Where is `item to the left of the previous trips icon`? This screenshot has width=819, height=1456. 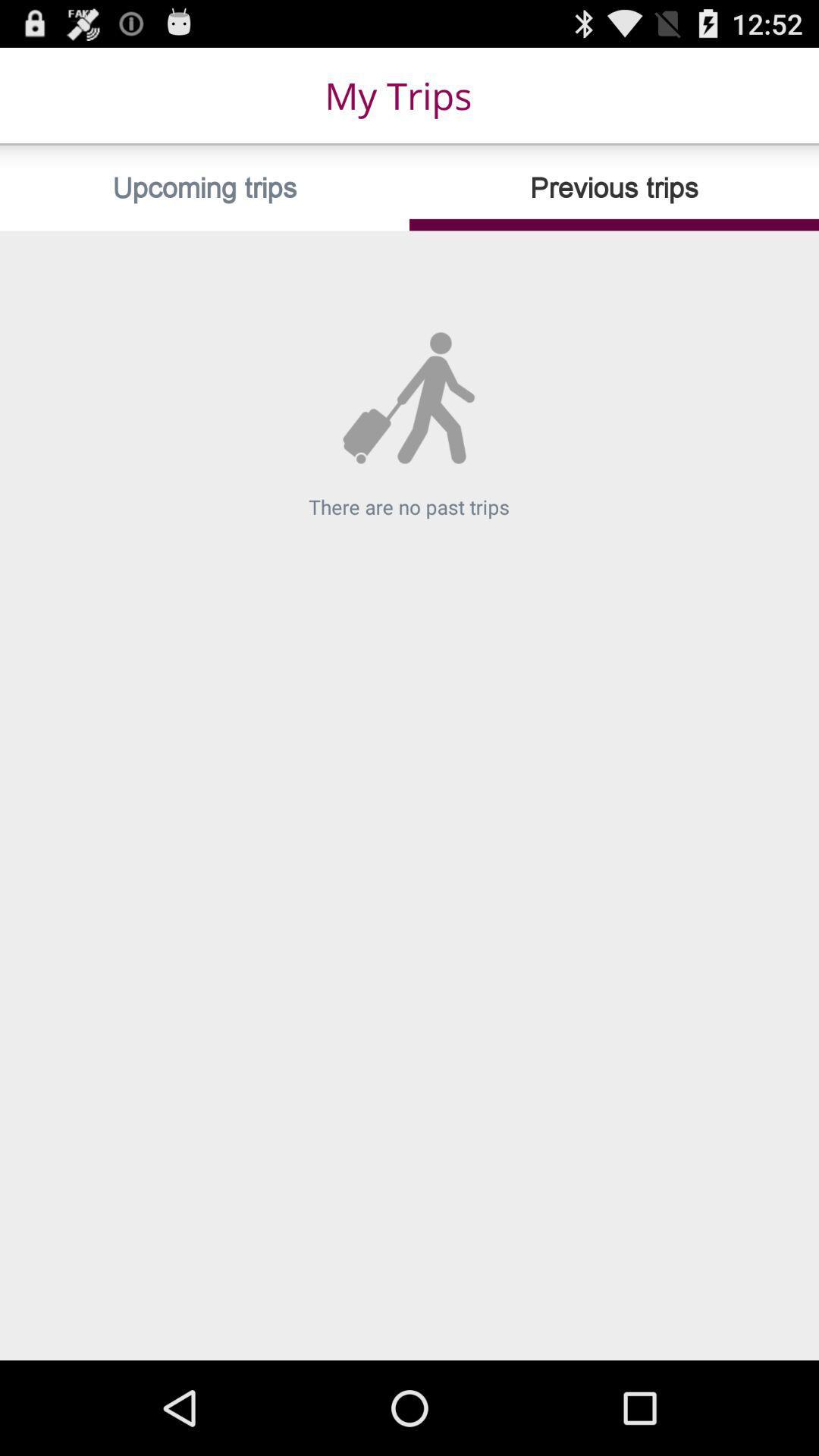
item to the left of the previous trips icon is located at coordinates (205, 187).